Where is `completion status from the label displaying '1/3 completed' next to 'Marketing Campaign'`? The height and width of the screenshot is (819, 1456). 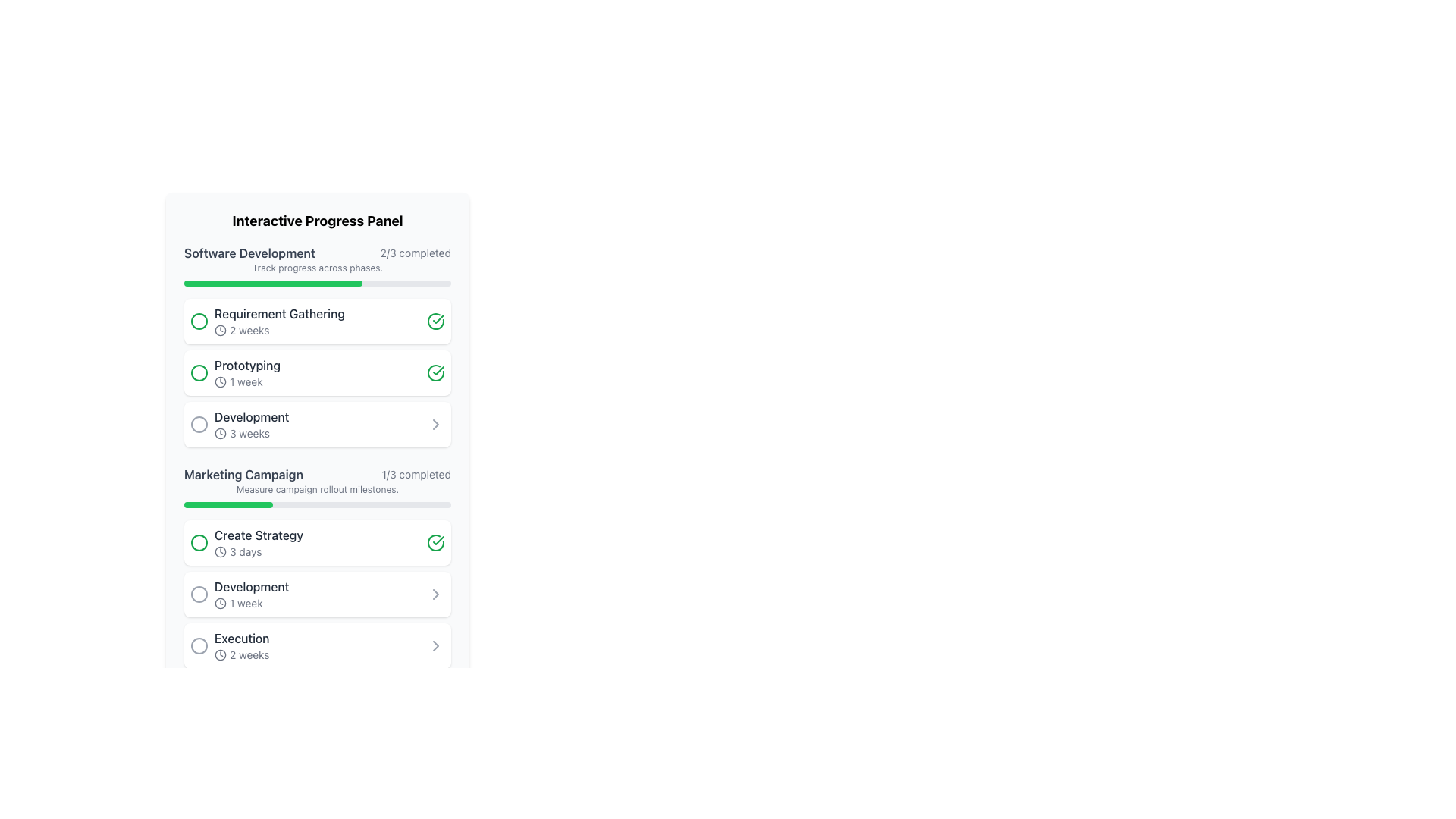
completion status from the label displaying '1/3 completed' next to 'Marketing Campaign' is located at coordinates (416, 473).